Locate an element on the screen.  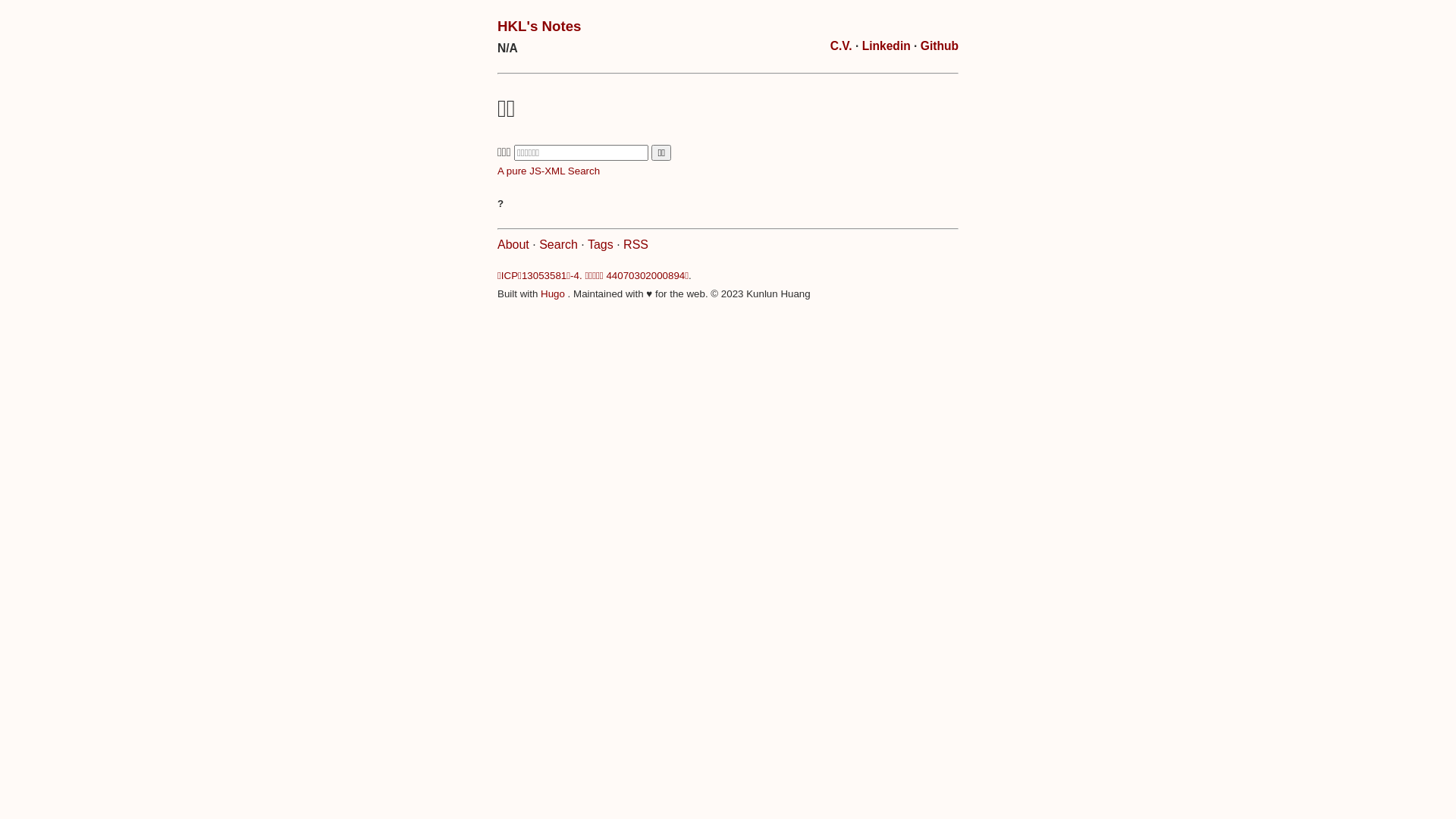
'RSS' is located at coordinates (623, 243).